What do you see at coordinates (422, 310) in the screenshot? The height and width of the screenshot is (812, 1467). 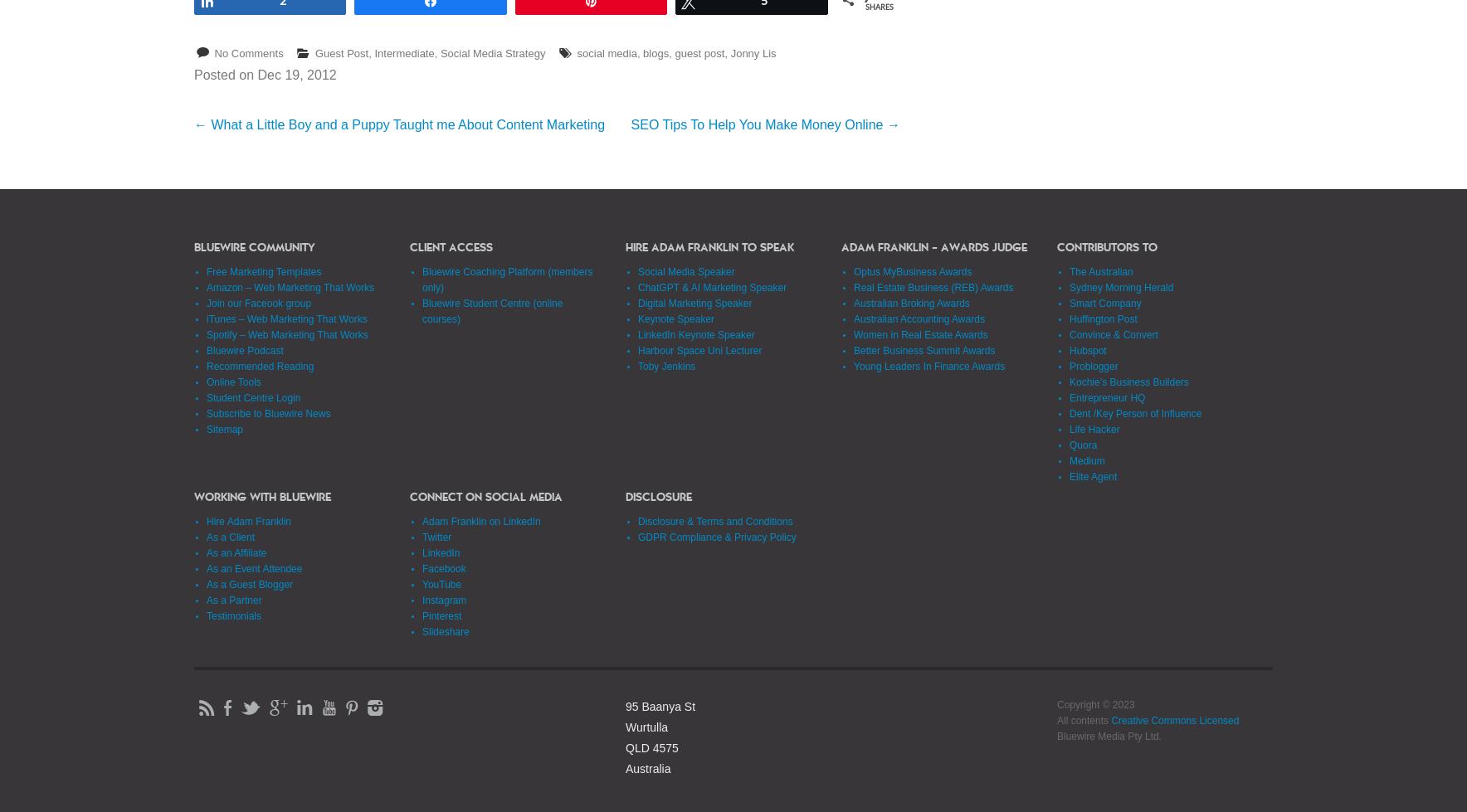 I see `'Bluewire Student Centre (online courses)'` at bounding box center [422, 310].